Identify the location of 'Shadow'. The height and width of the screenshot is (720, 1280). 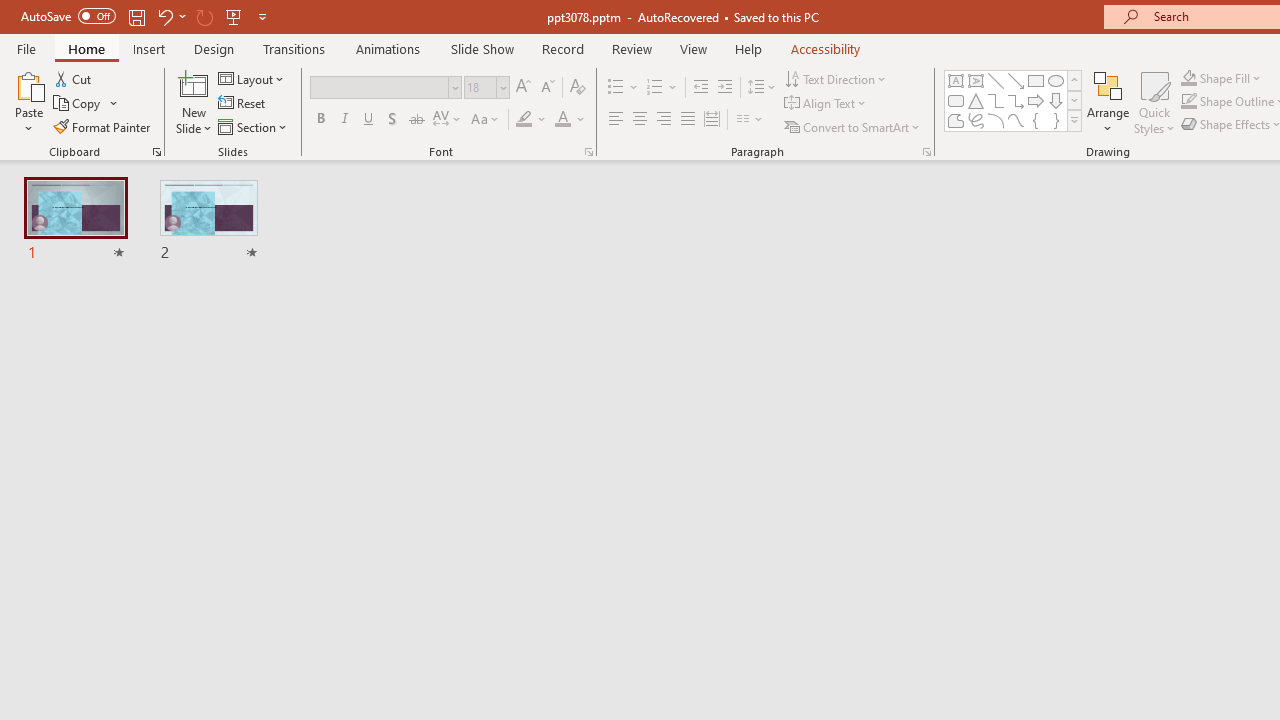
(392, 119).